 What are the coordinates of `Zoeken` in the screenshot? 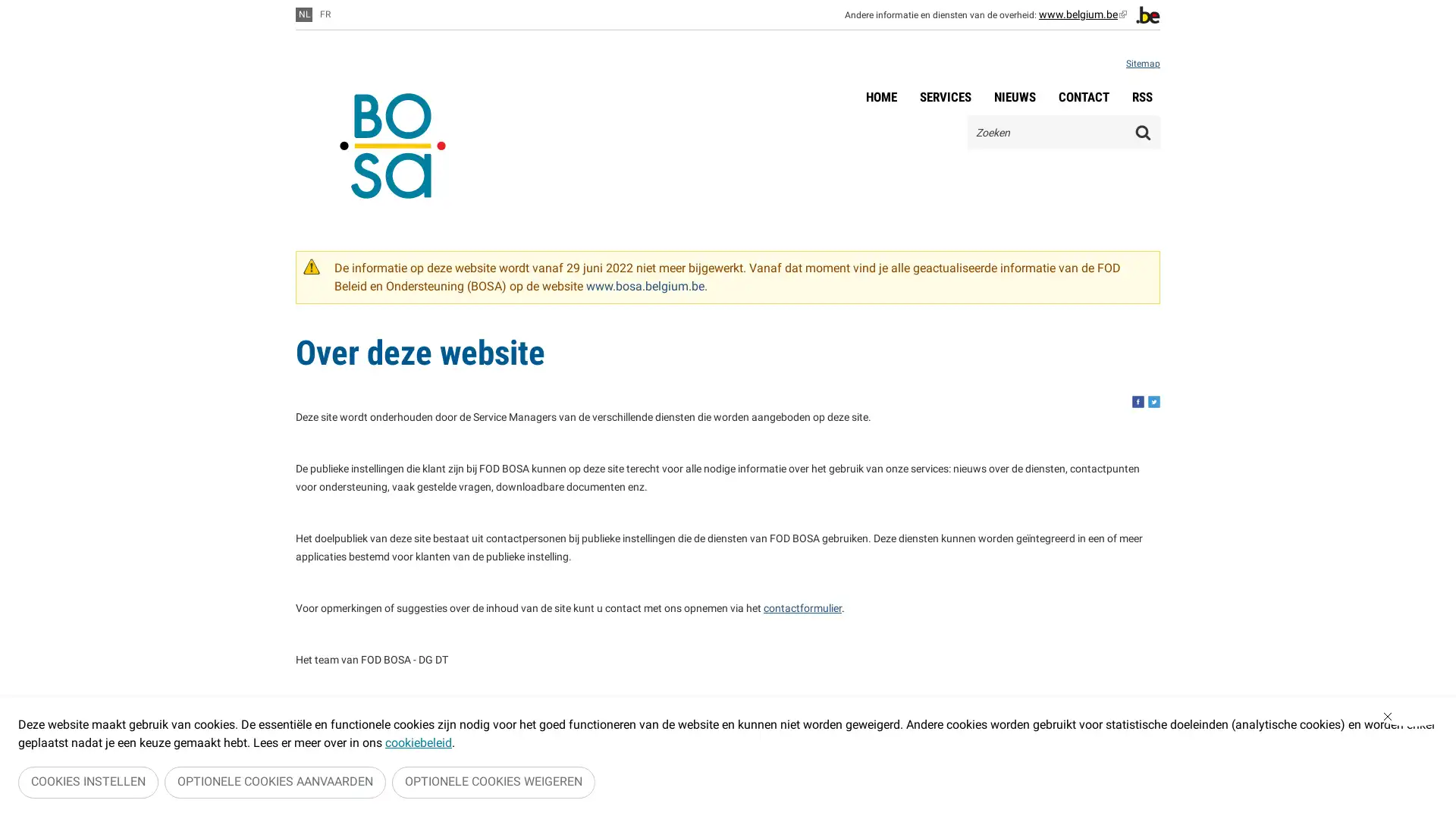 It's located at (1143, 131).